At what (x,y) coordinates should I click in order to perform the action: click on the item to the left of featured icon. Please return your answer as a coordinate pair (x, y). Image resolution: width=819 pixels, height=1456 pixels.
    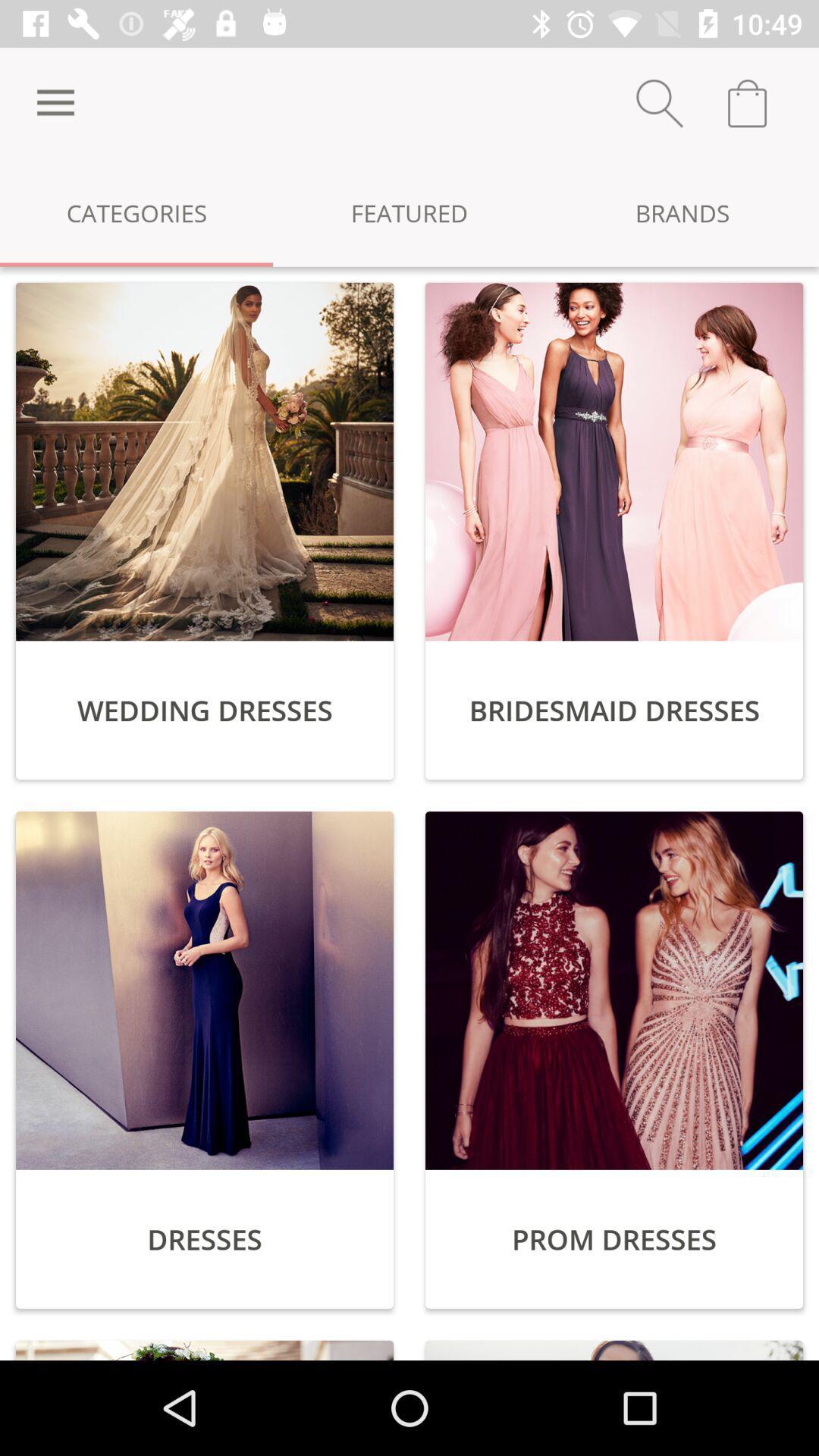
    Looking at the image, I should click on (55, 102).